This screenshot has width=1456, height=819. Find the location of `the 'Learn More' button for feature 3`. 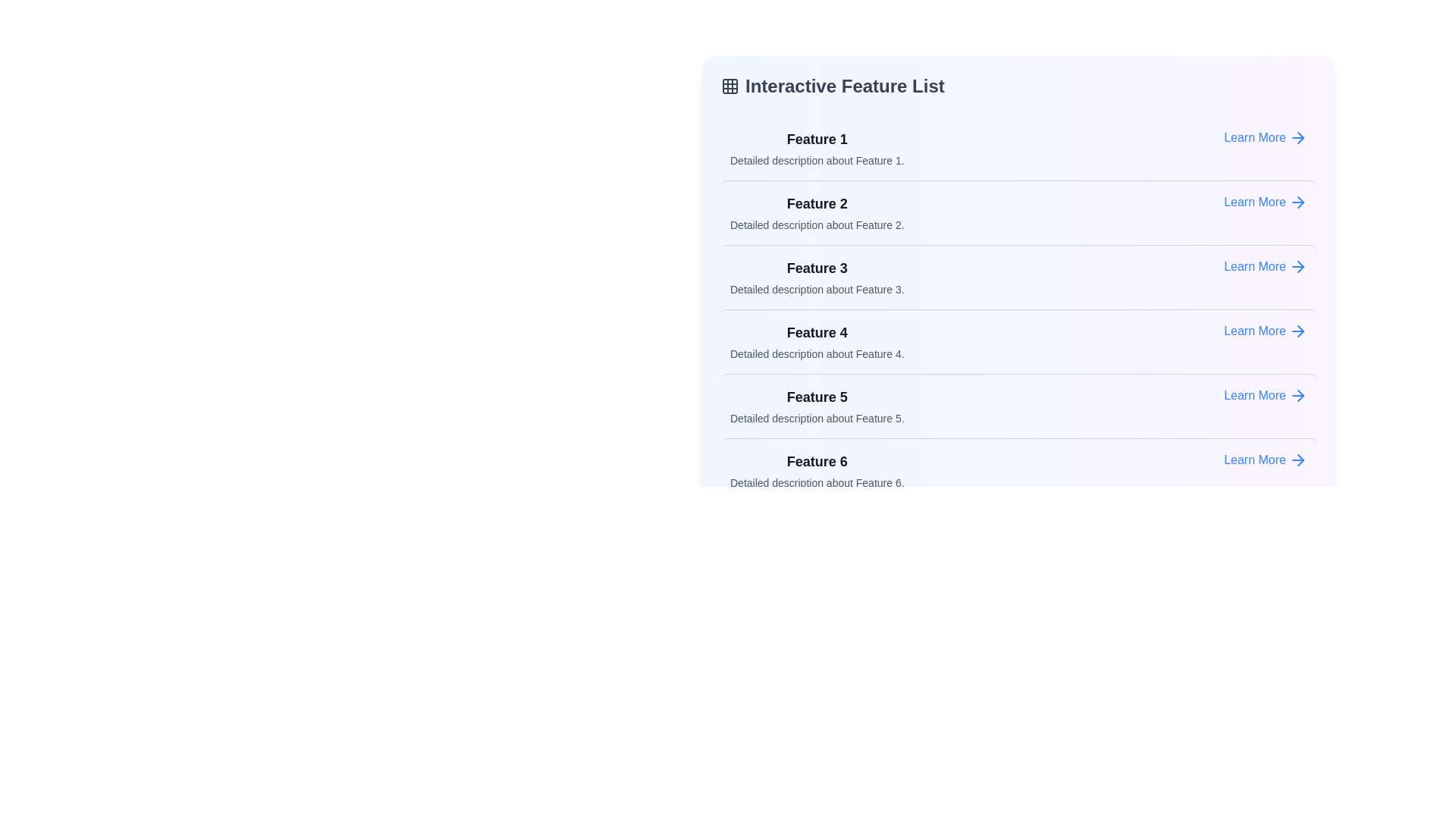

the 'Learn More' button for feature 3 is located at coordinates (1266, 265).